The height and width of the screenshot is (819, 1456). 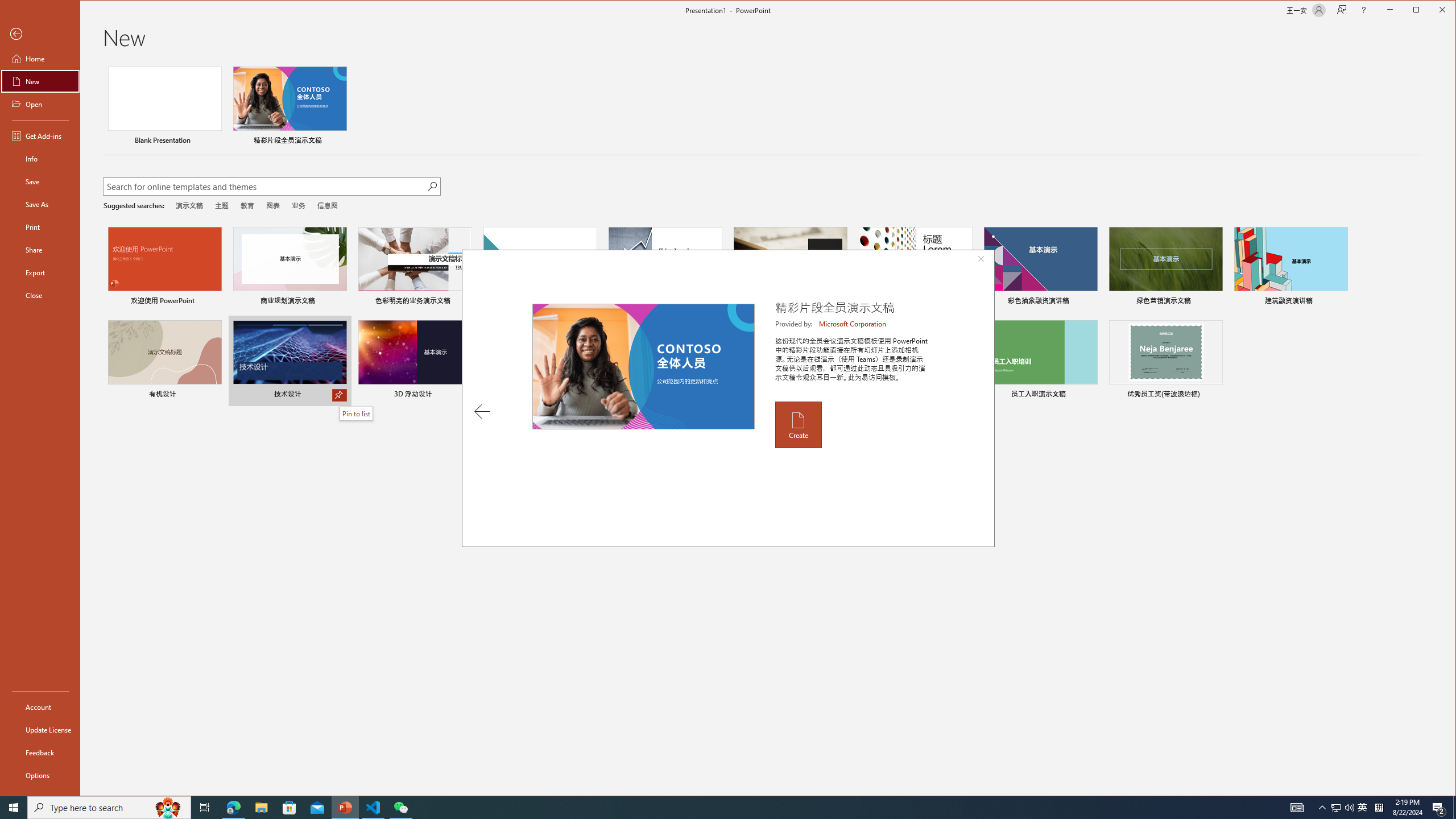 What do you see at coordinates (401, 806) in the screenshot?
I see `'WeChat - 1 running window'` at bounding box center [401, 806].